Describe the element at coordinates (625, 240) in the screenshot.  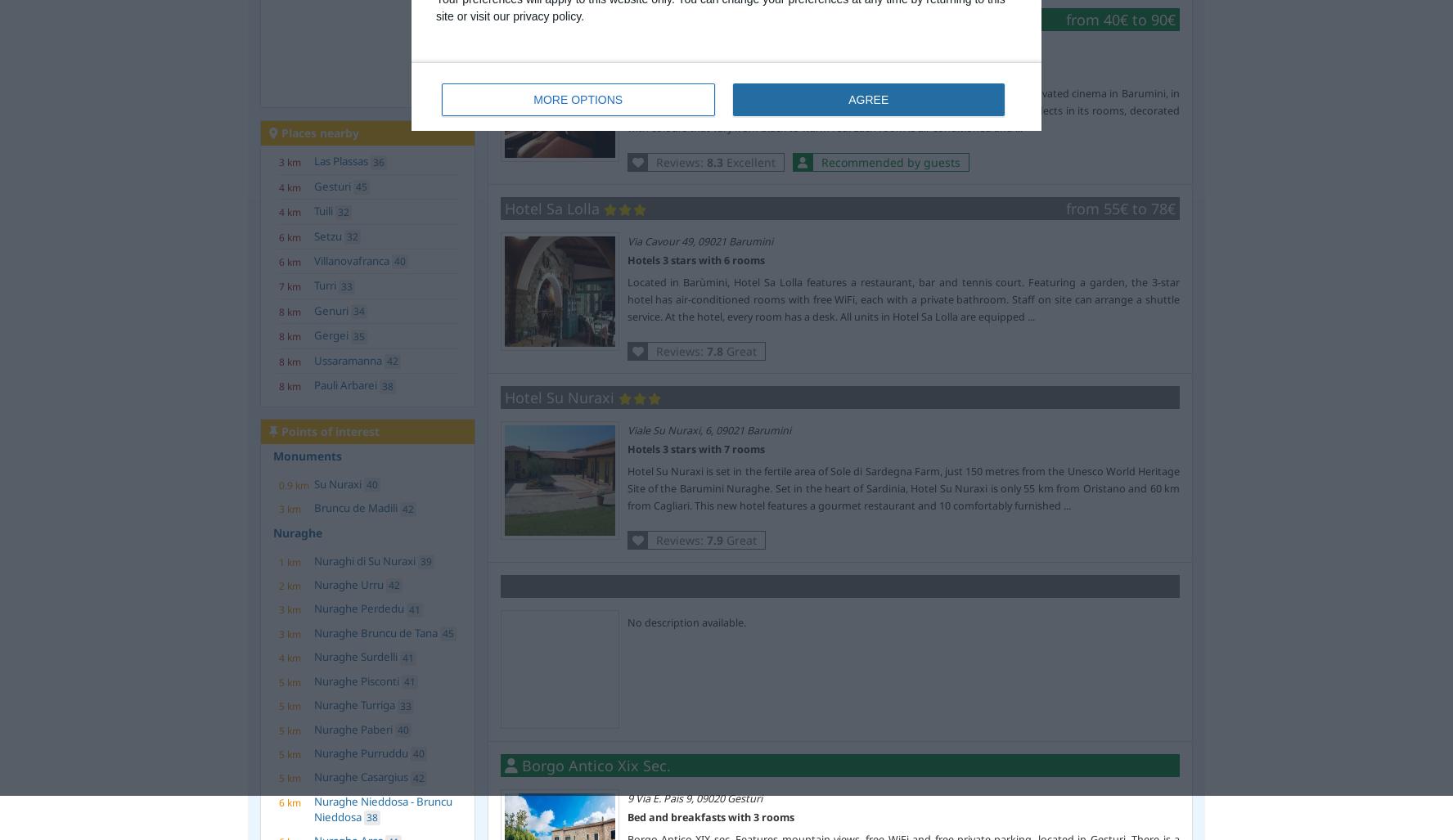
I see `'Via Cavour 49, 
09021 Barumini'` at that location.